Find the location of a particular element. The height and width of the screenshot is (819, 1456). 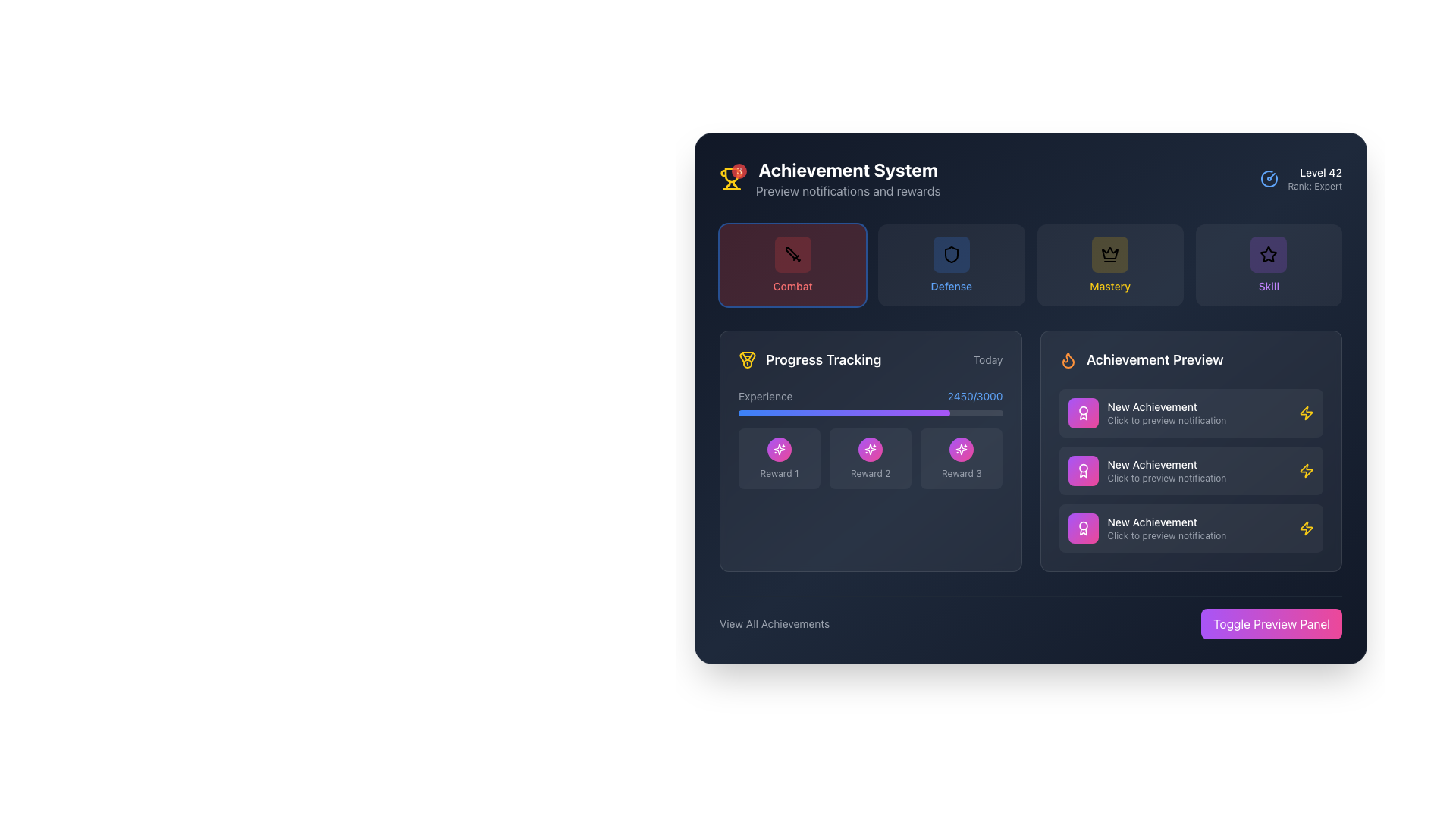

the text label element displaying 'Achievement Preview', which is styled in white on a dark blue background and located on the right-hand side of the interface, following two flame-related icons is located at coordinates (1153, 359).